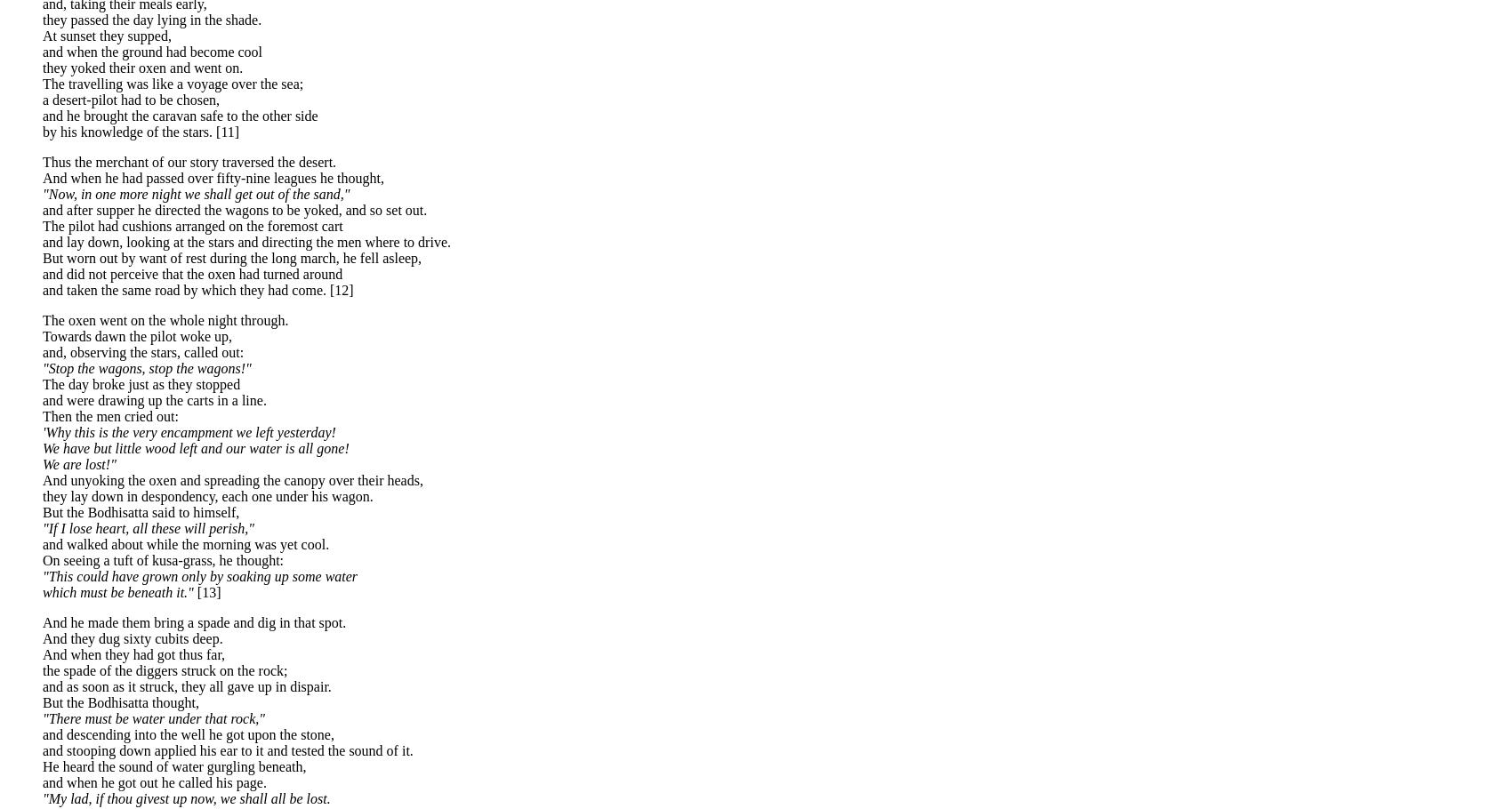 The width and height of the screenshot is (1512, 809). I want to click on '"There must be water  under that  rock,"', so click(42, 717).